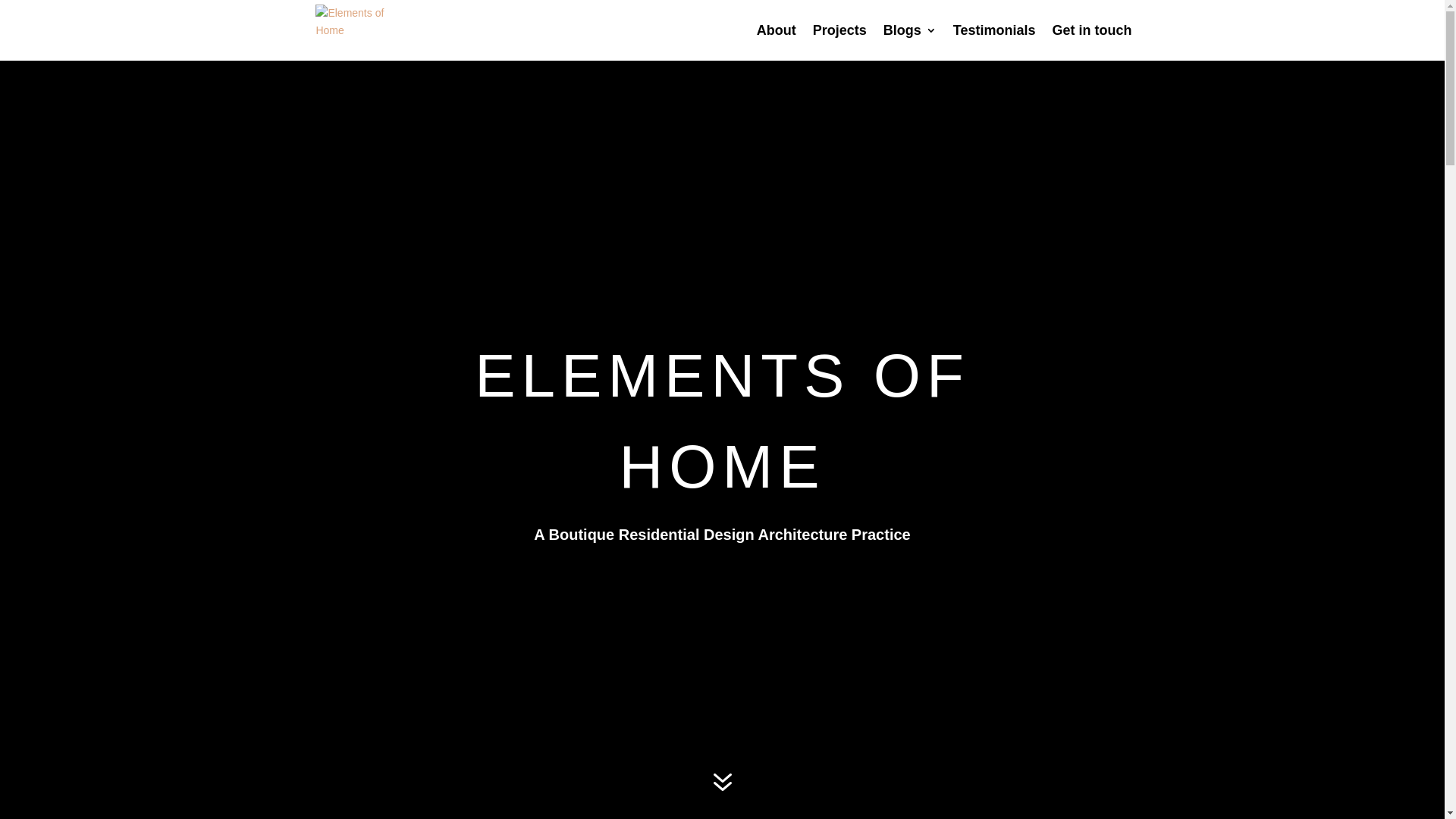 The height and width of the screenshot is (819, 1456). I want to click on 'Projects', so click(811, 42).